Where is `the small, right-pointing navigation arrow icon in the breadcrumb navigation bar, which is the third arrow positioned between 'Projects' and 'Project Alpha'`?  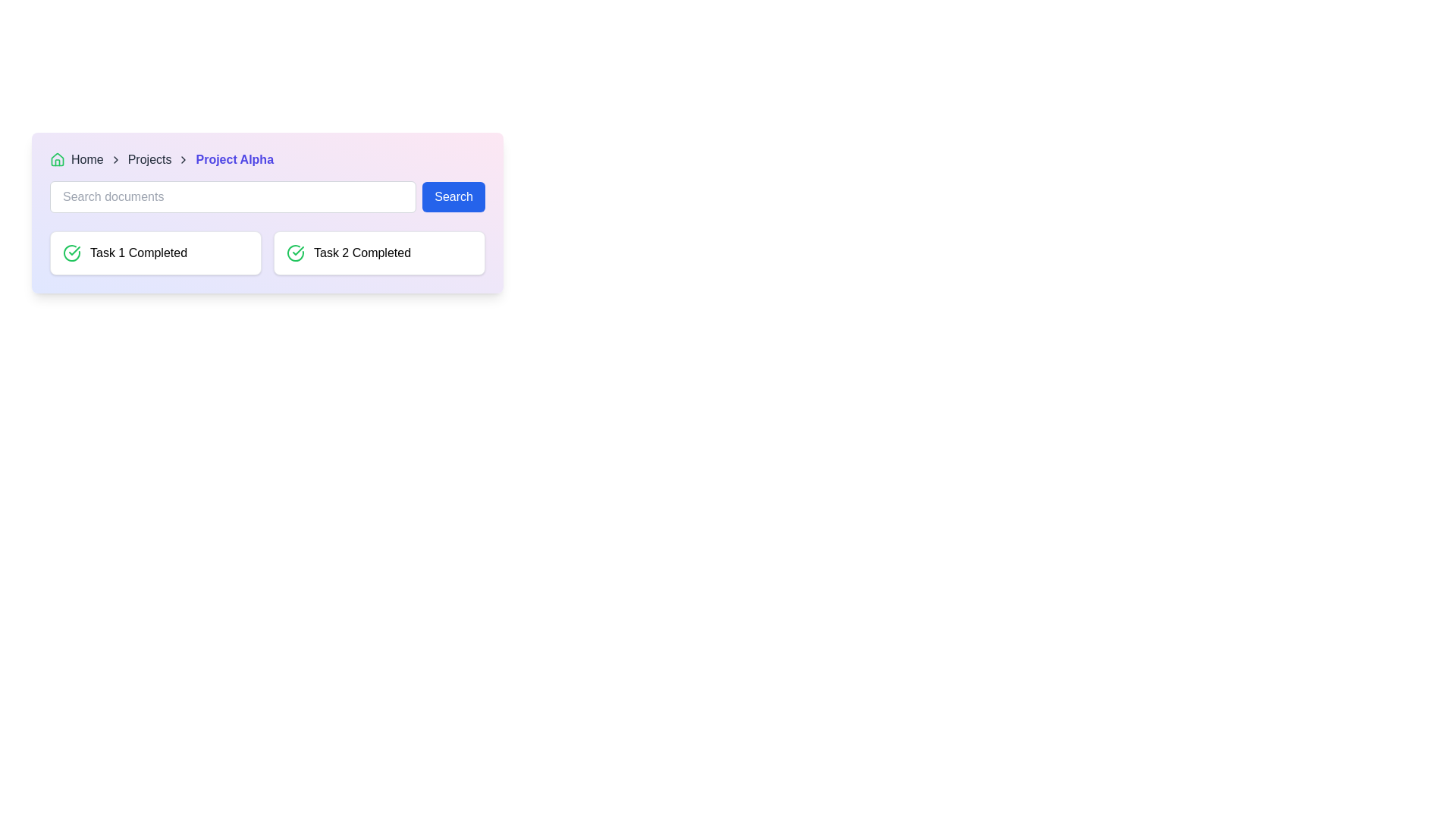 the small, right-pointing navigation arrow icon in the breadcrumb navigation bar, which is the third arrow positioned between 'Projects' and 'Project Alpha' is located at coordinates (183, 160).